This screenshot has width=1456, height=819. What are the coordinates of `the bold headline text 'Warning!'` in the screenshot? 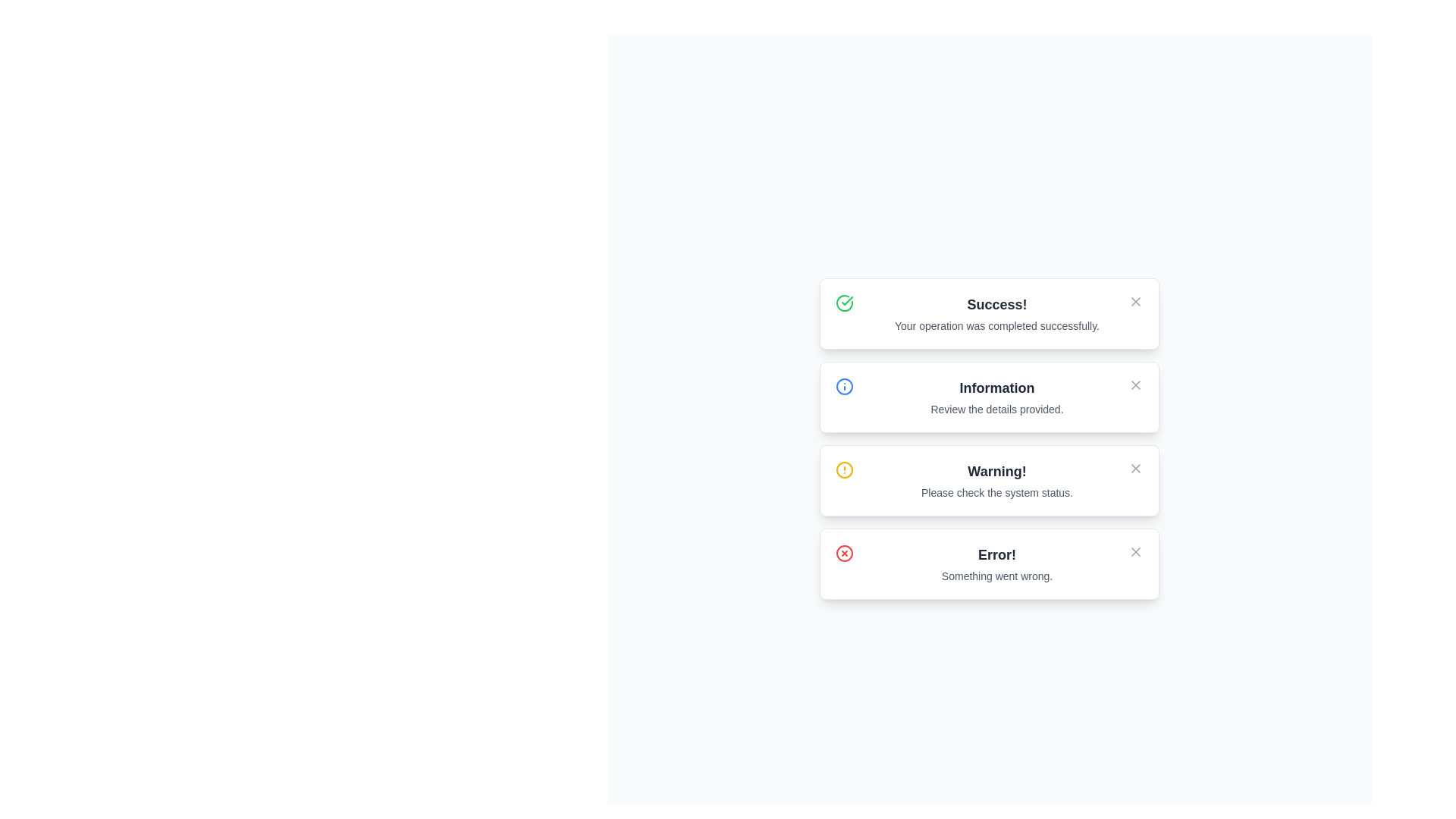 It's located at (997, 470).